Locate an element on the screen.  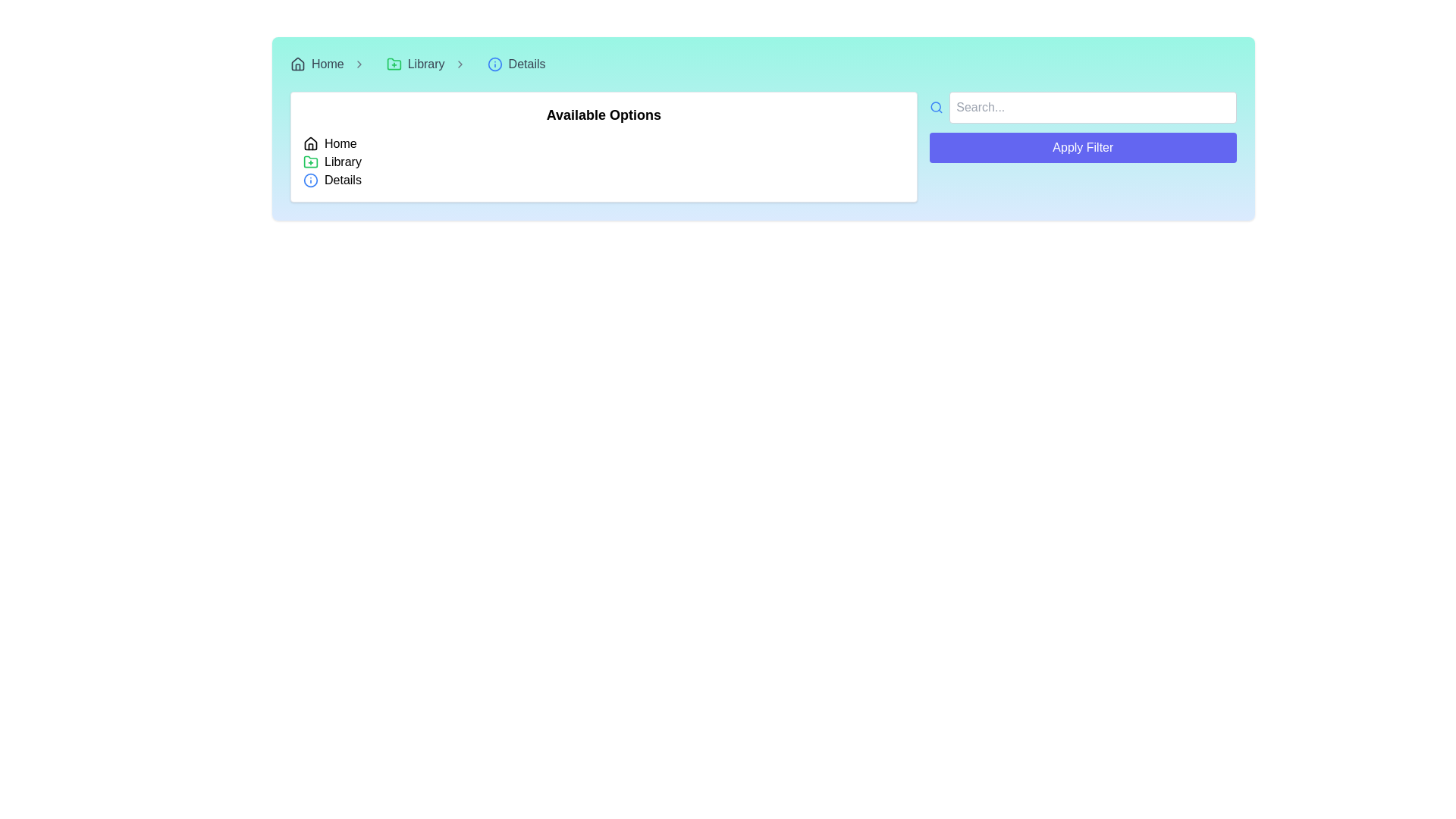
the green folder icon with a plus symbol located in the breadcrumb trail next to the 'Library' label is located at coordinates (309, 161).